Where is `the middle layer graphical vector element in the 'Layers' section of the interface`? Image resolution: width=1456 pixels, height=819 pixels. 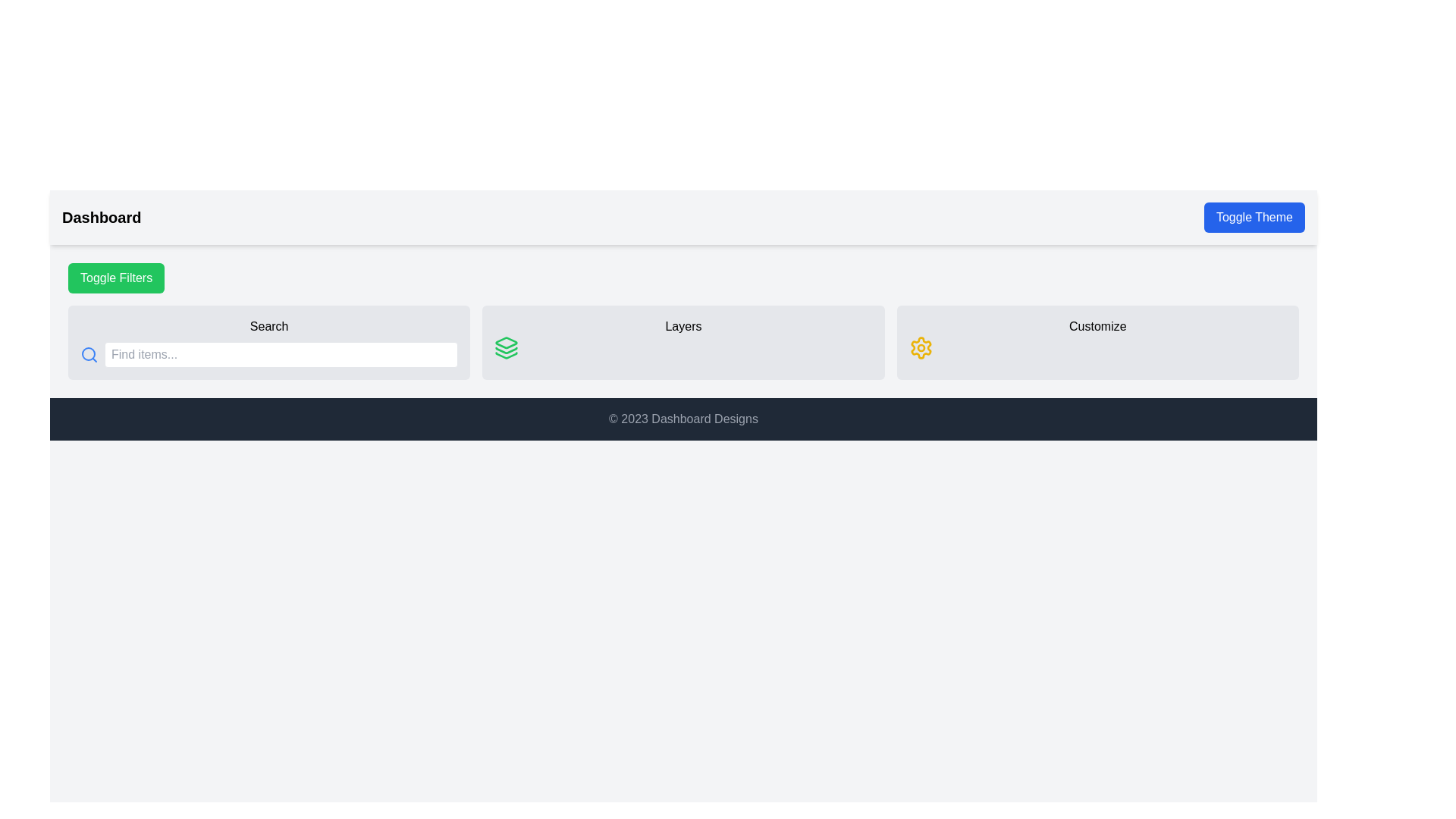
the middle layer graphical vector element in the 'Layers' section of the interface is located at coordinates (507, 350).